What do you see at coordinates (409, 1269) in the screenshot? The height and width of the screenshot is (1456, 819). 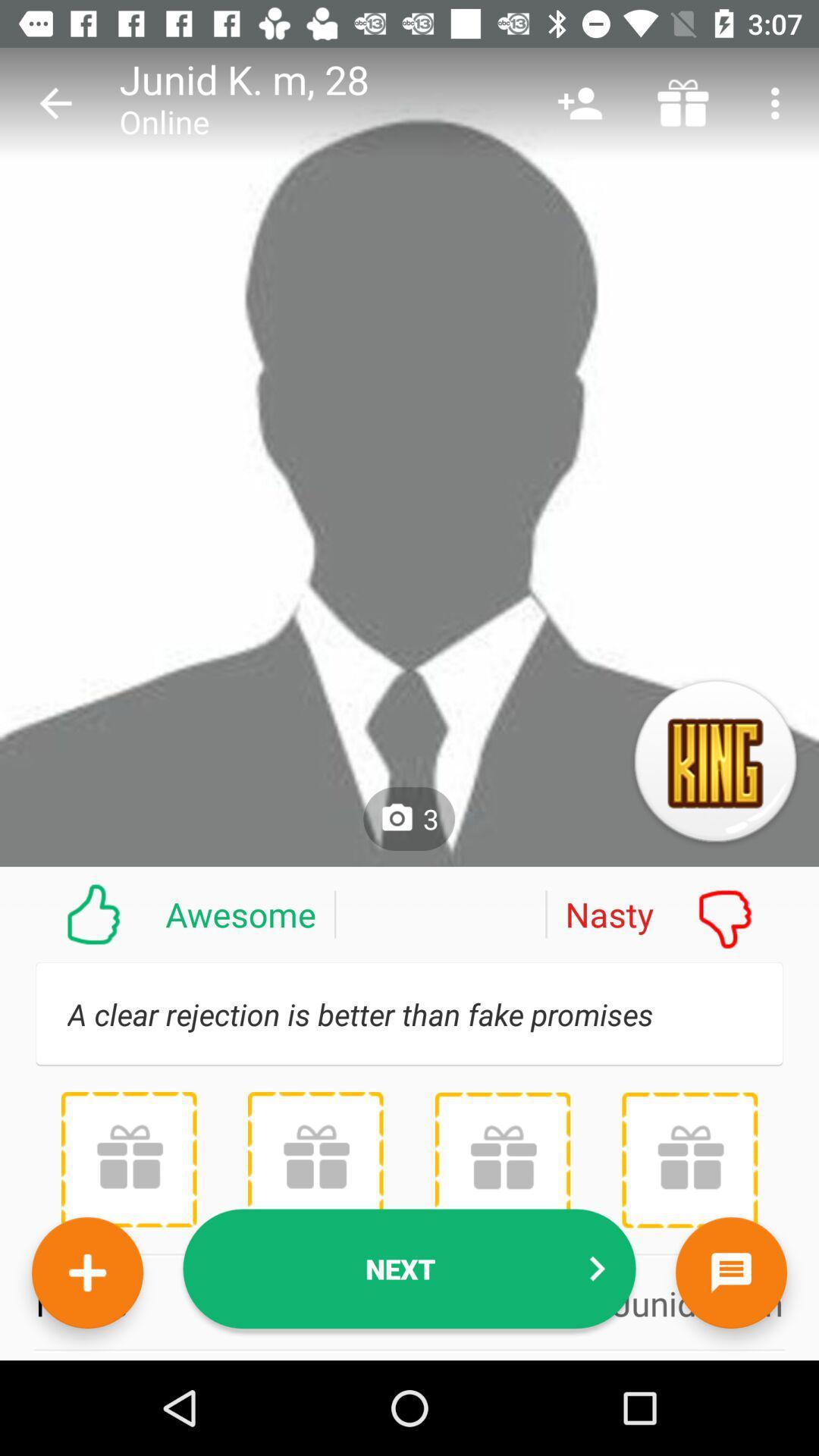 I see `next` at bounding box center [409, 1269].